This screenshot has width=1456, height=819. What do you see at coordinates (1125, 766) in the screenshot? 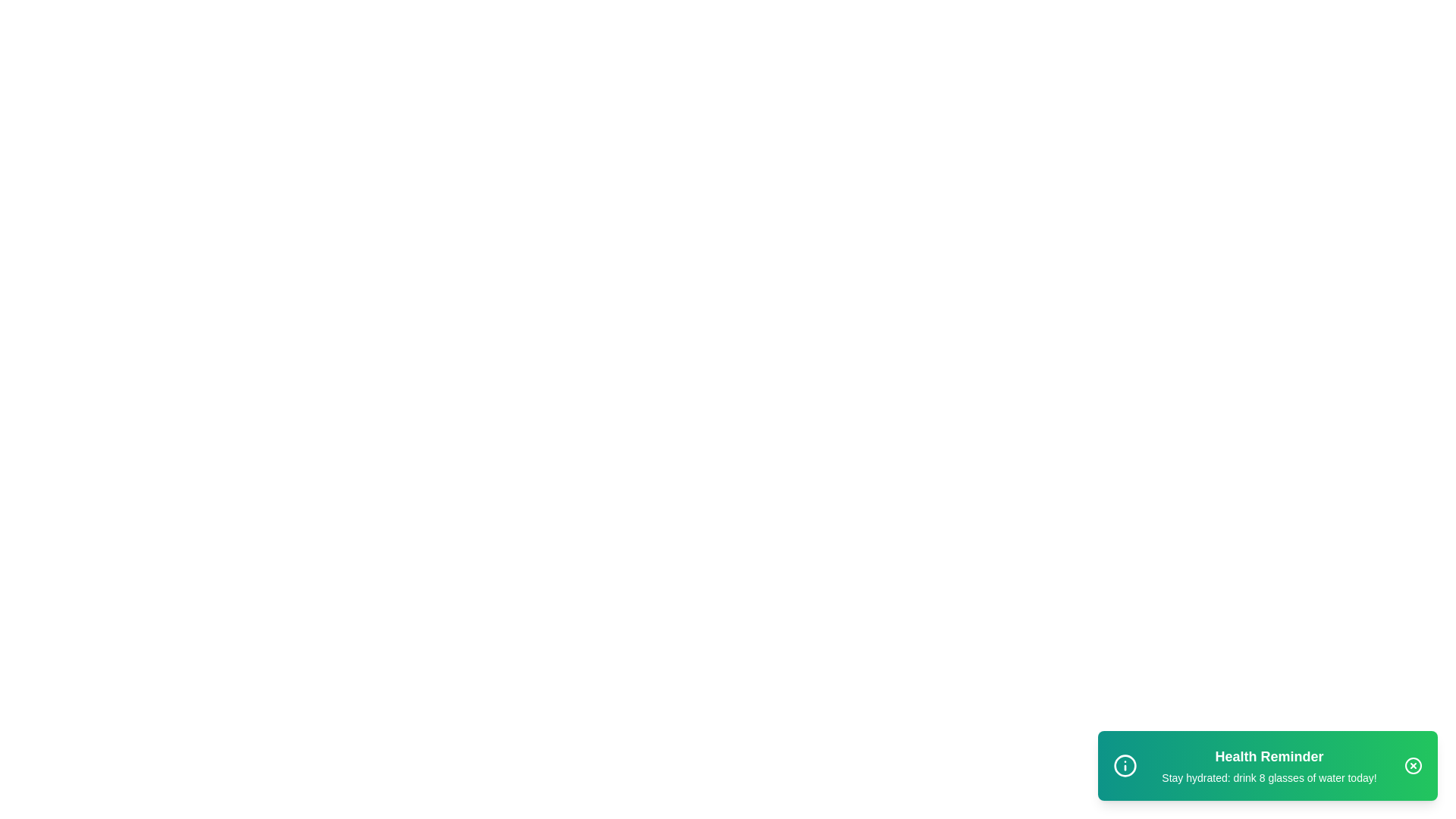
I see `the notification icon to interact with it` at bounding box center [1125, 766].